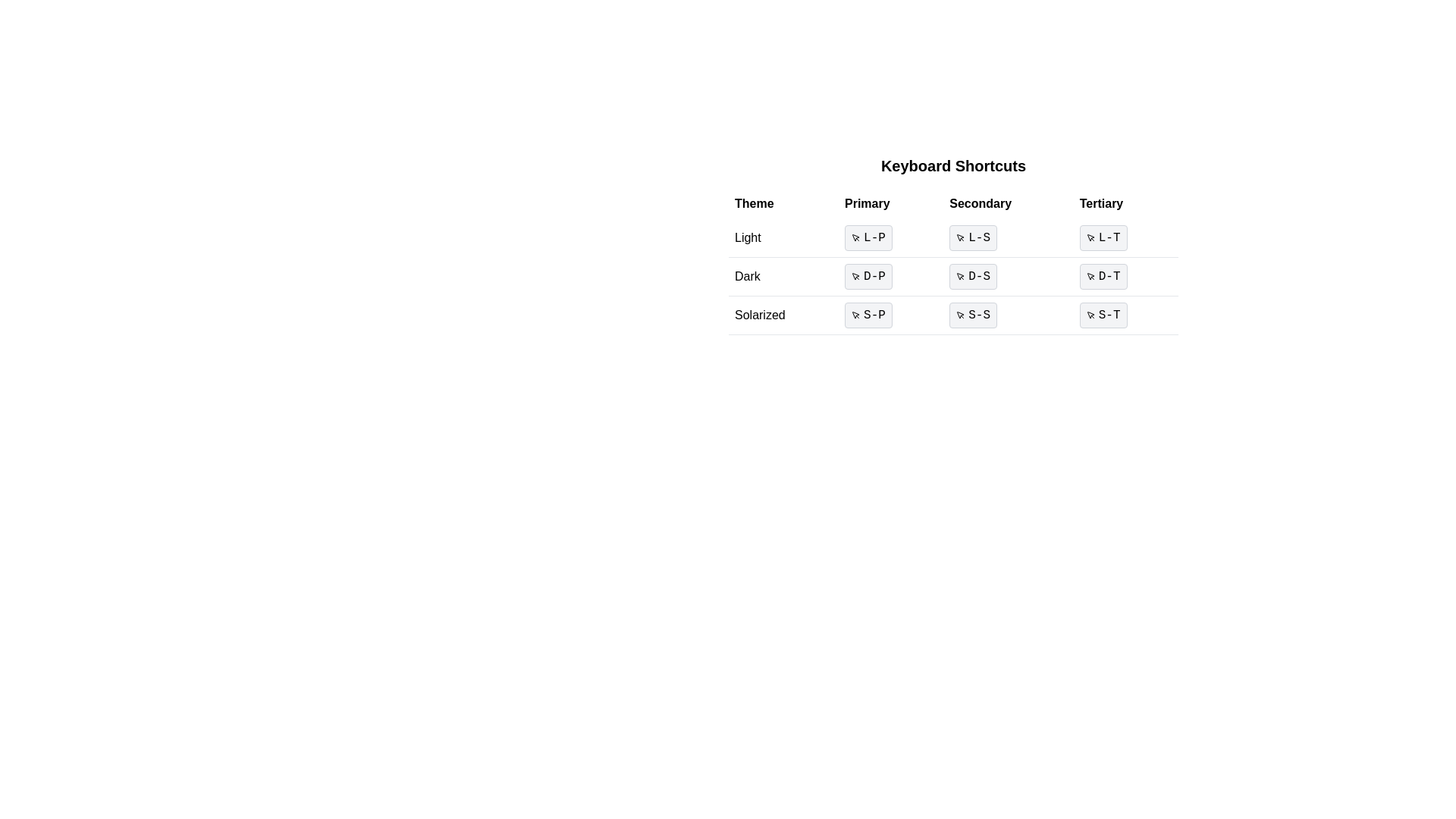 This screenshot has height=819, width=1456. Describe the element at coordinates (952, 203) in the screenshot. I see `the table header row displaying 'ThemePrimarySecondaryTertiary', which encapsulates the column headers 'Theme', 'Primary', 'Secondary', 'Tertiary'` at that location.